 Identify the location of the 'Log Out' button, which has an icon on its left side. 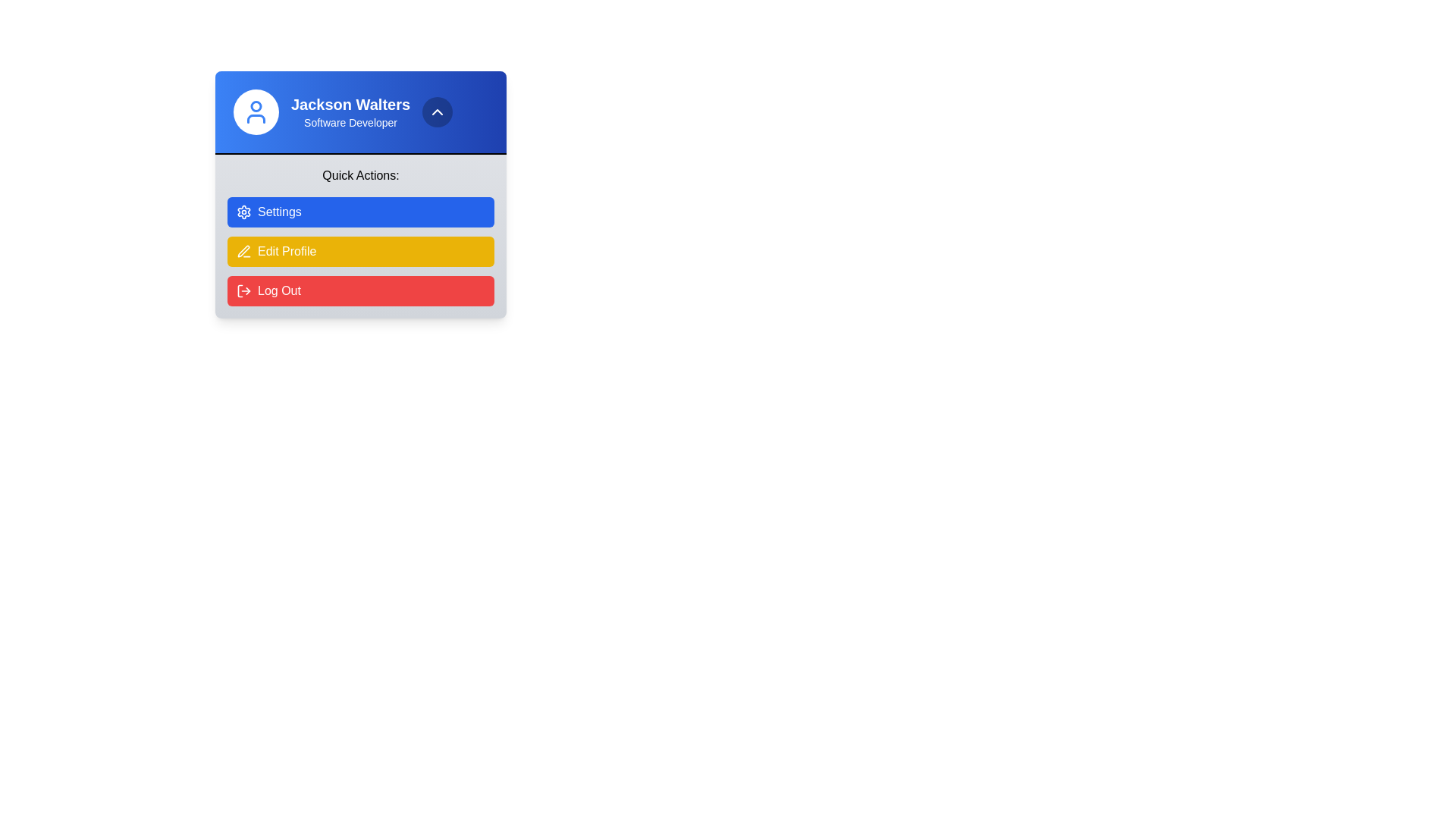
(243, 291).